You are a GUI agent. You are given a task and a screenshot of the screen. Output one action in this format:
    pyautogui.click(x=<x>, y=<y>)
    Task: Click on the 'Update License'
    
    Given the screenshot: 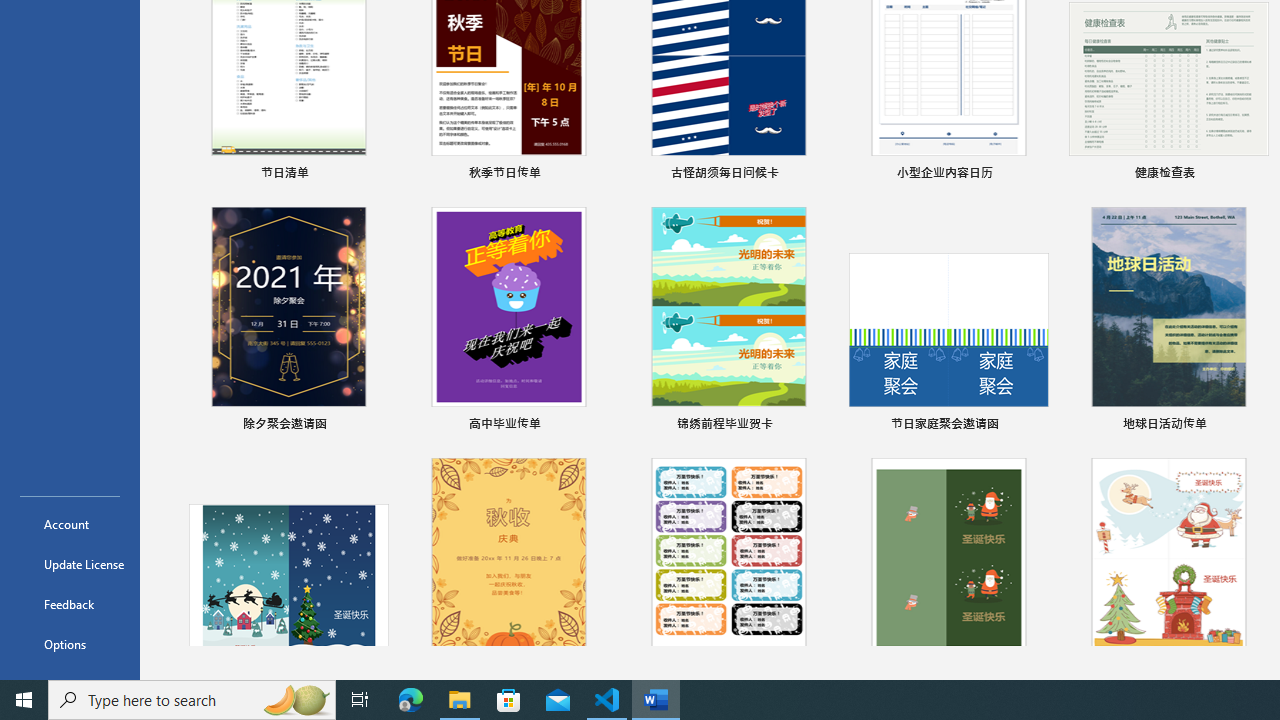 What is the action you would take?
    pyautogui.click(x=69, y=564)
    